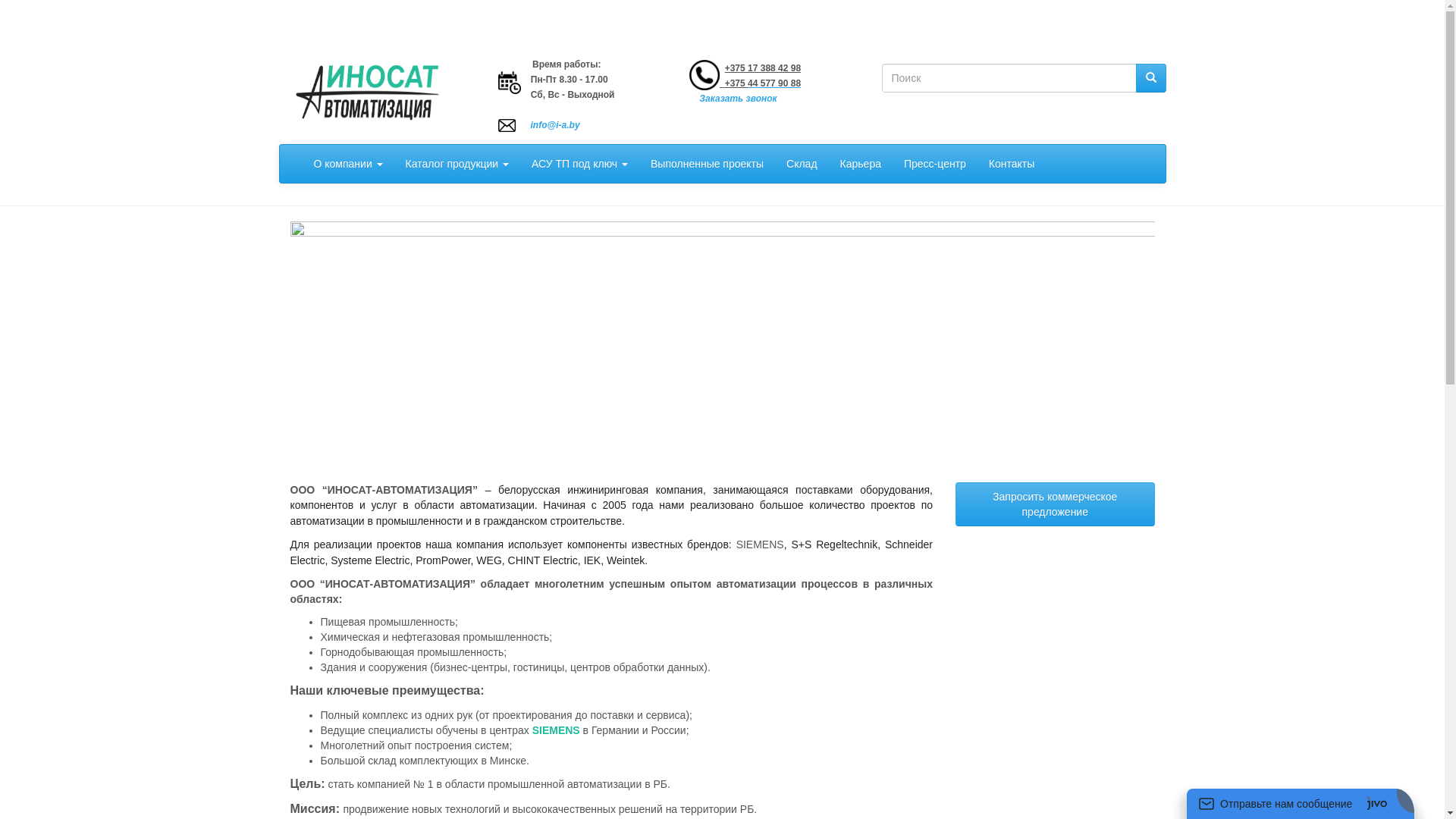  Describe the element at coordinates (735, 83) in the screenshot. I see `'+375 '` at that location.